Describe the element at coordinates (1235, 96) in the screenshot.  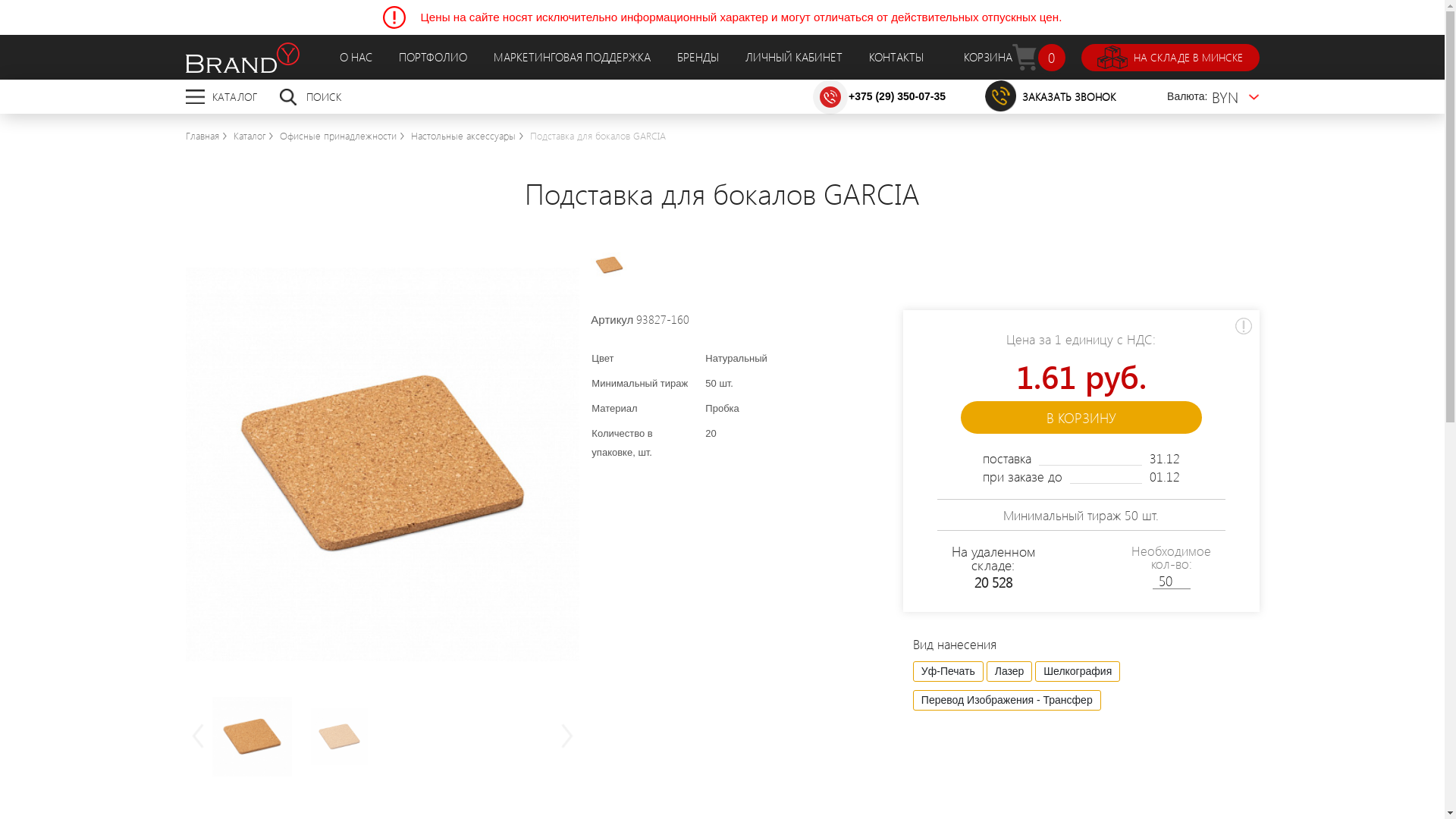
I see `'BYN'` at that location.